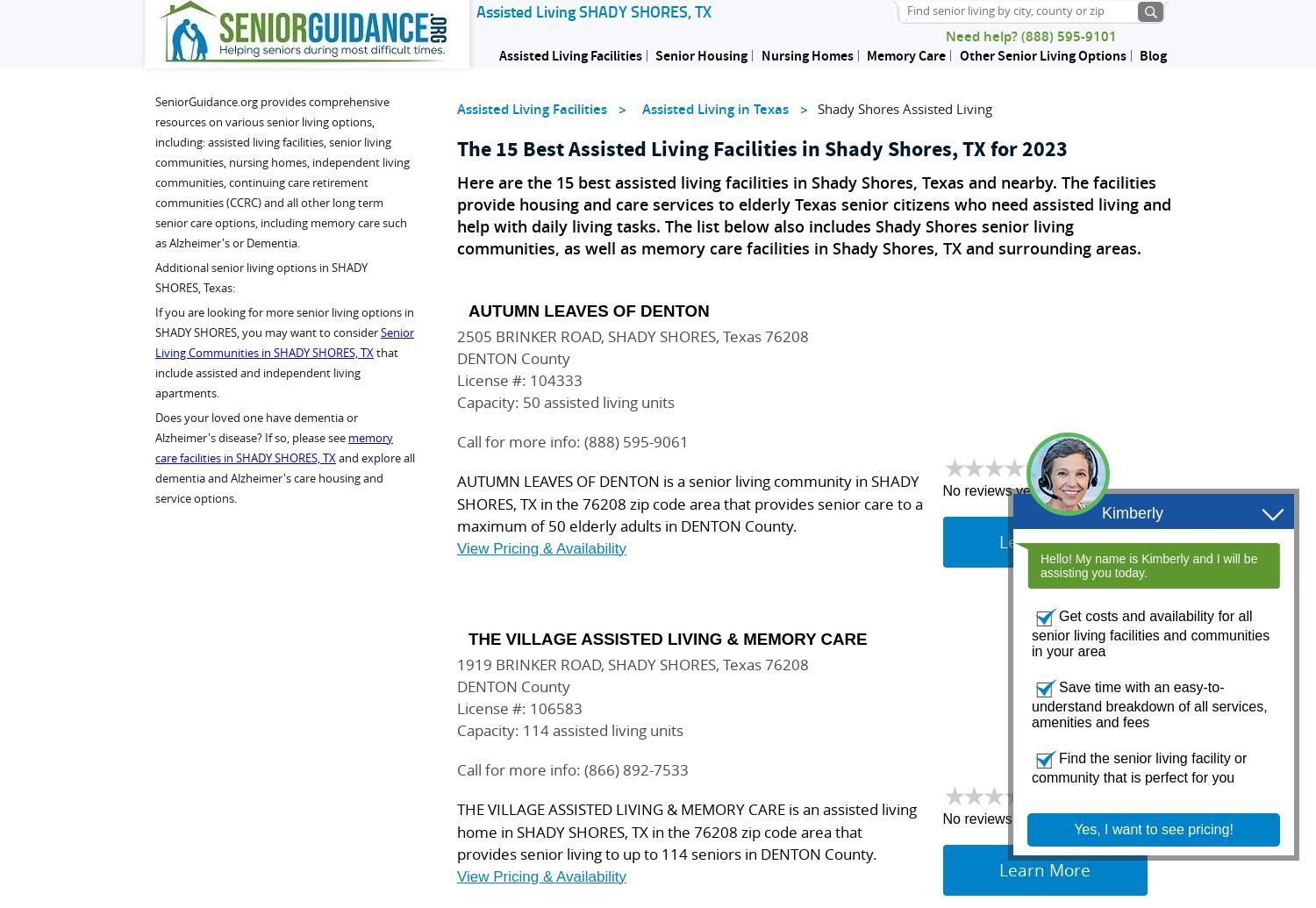 Image resolution: width=1316 pixels, height=908 pixels. I want to click on 'Assisted Living SHADY SHORES, TX', so click(593, 11).